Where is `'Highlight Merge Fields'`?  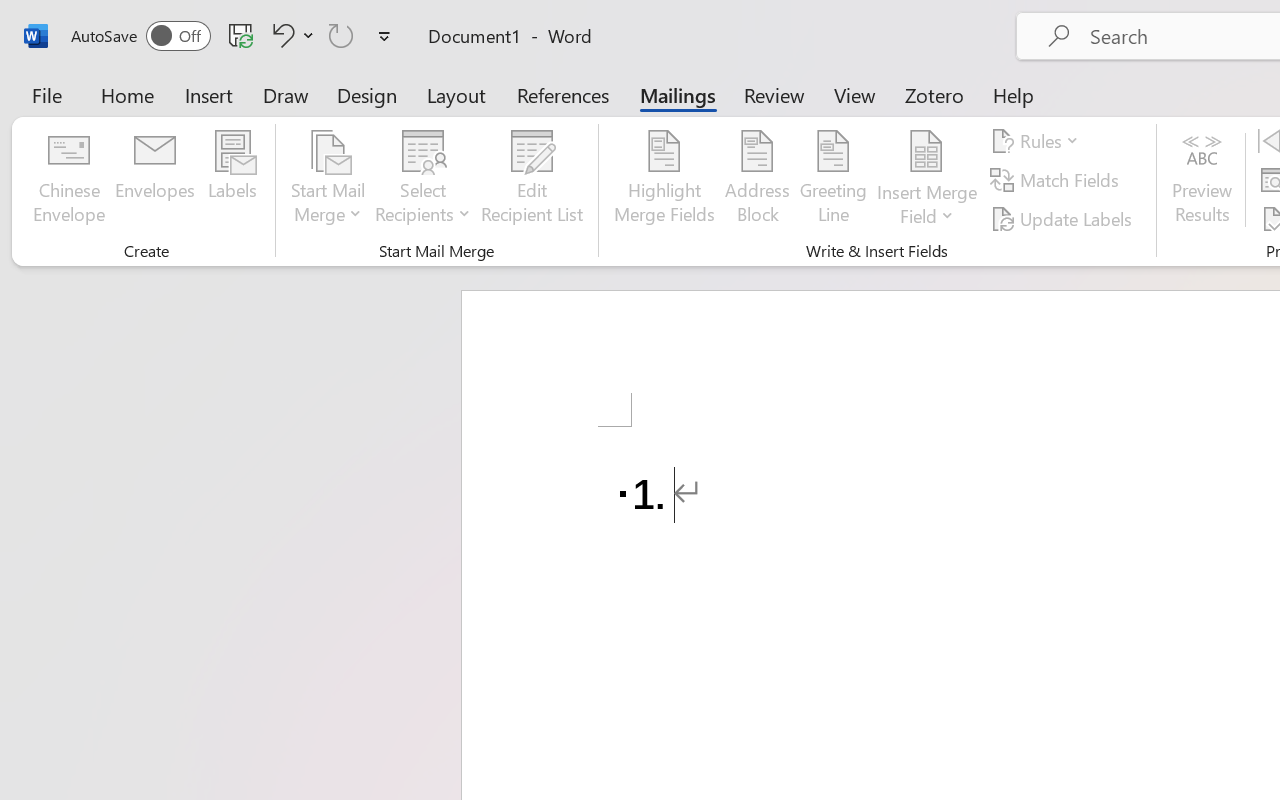
'Highlight Merge Fields' is located at coordinates (664, 179).